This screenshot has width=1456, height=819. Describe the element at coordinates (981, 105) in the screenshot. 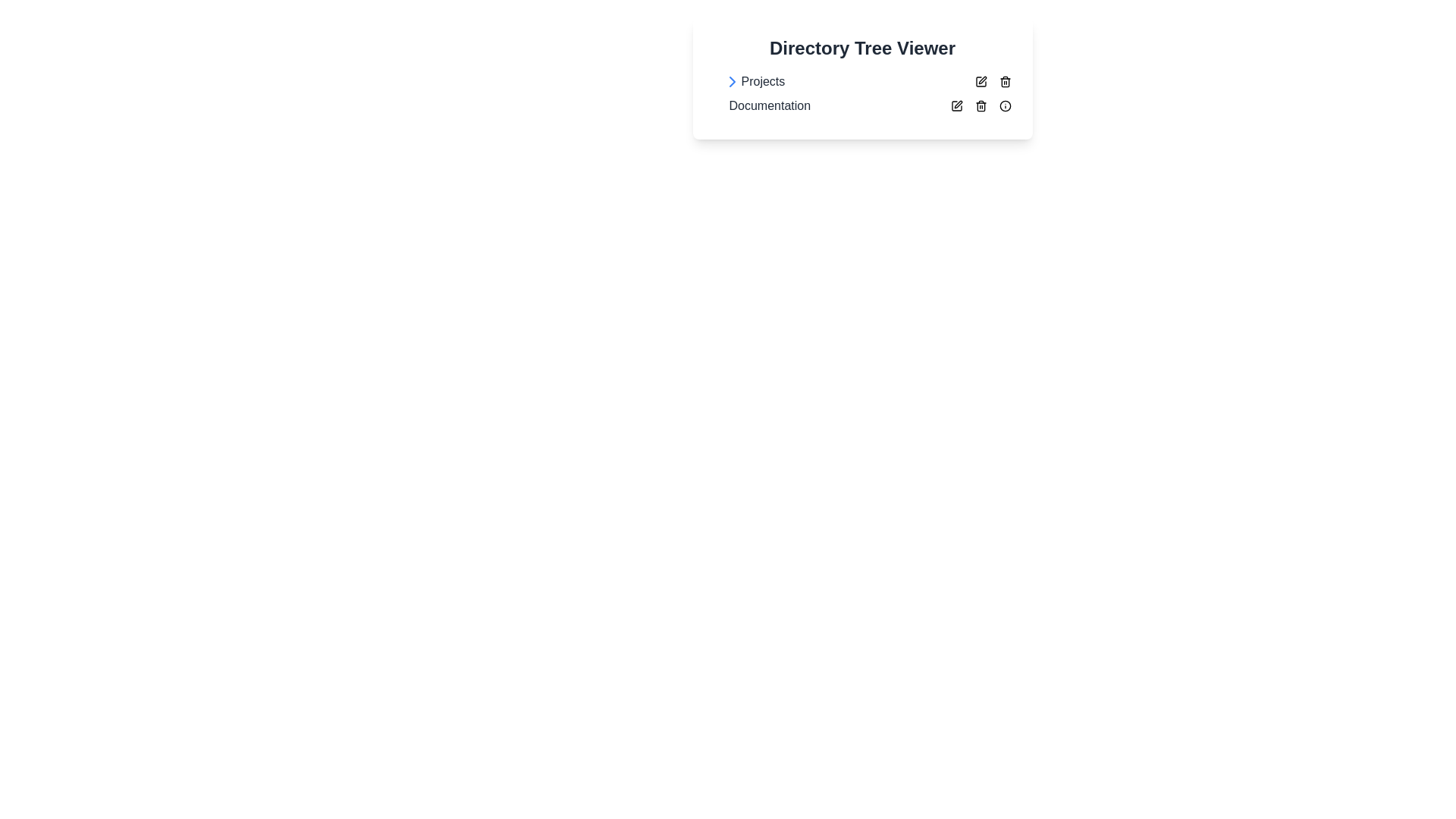

I see `the interactive button-like icons within the toolbar related to the 'Documentation' section, positioned centrally in the third group from the right` at that location.